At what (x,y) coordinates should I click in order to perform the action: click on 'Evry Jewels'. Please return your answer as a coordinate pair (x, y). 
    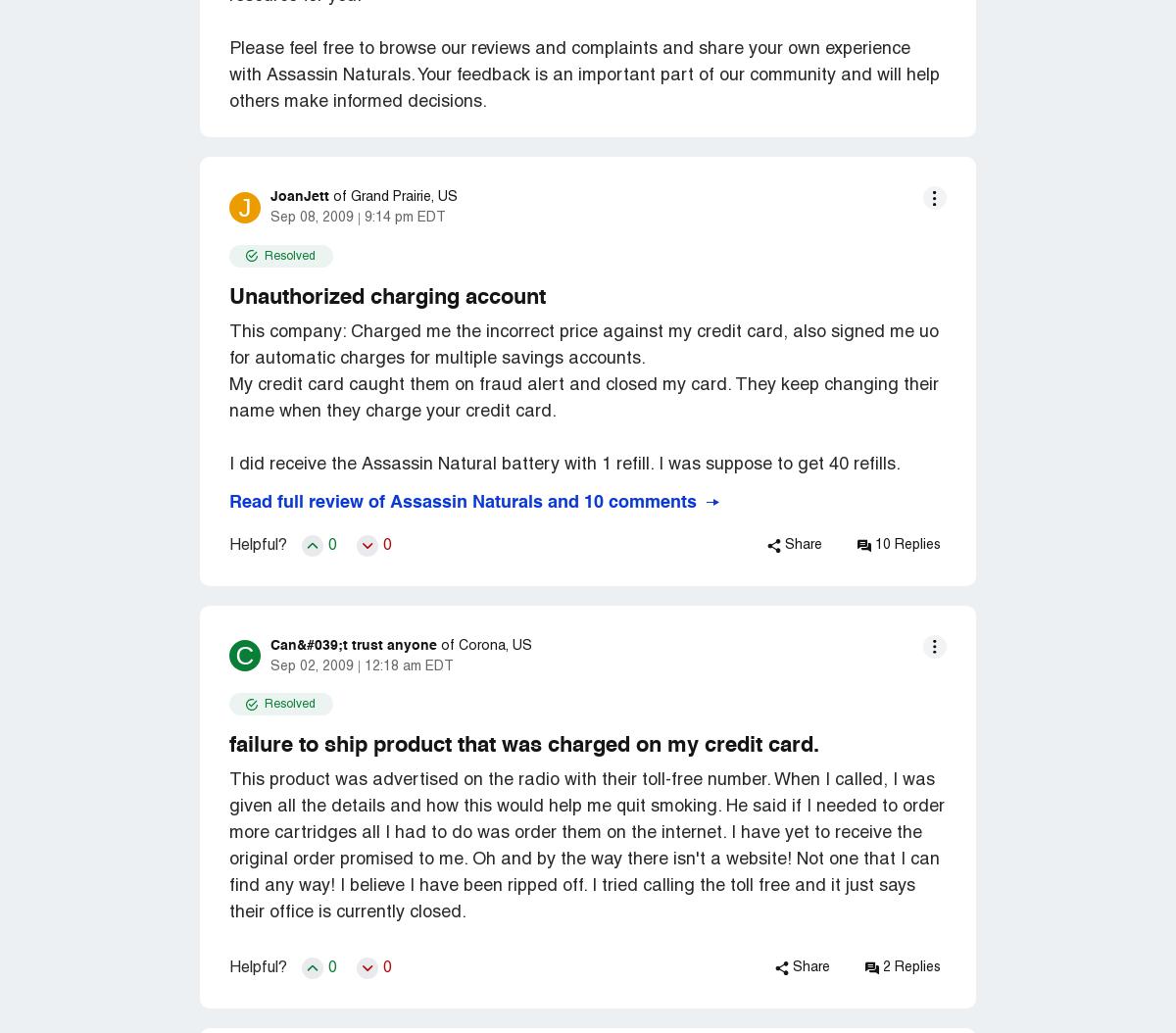
    Looking at the image, I should click on (979, 26).